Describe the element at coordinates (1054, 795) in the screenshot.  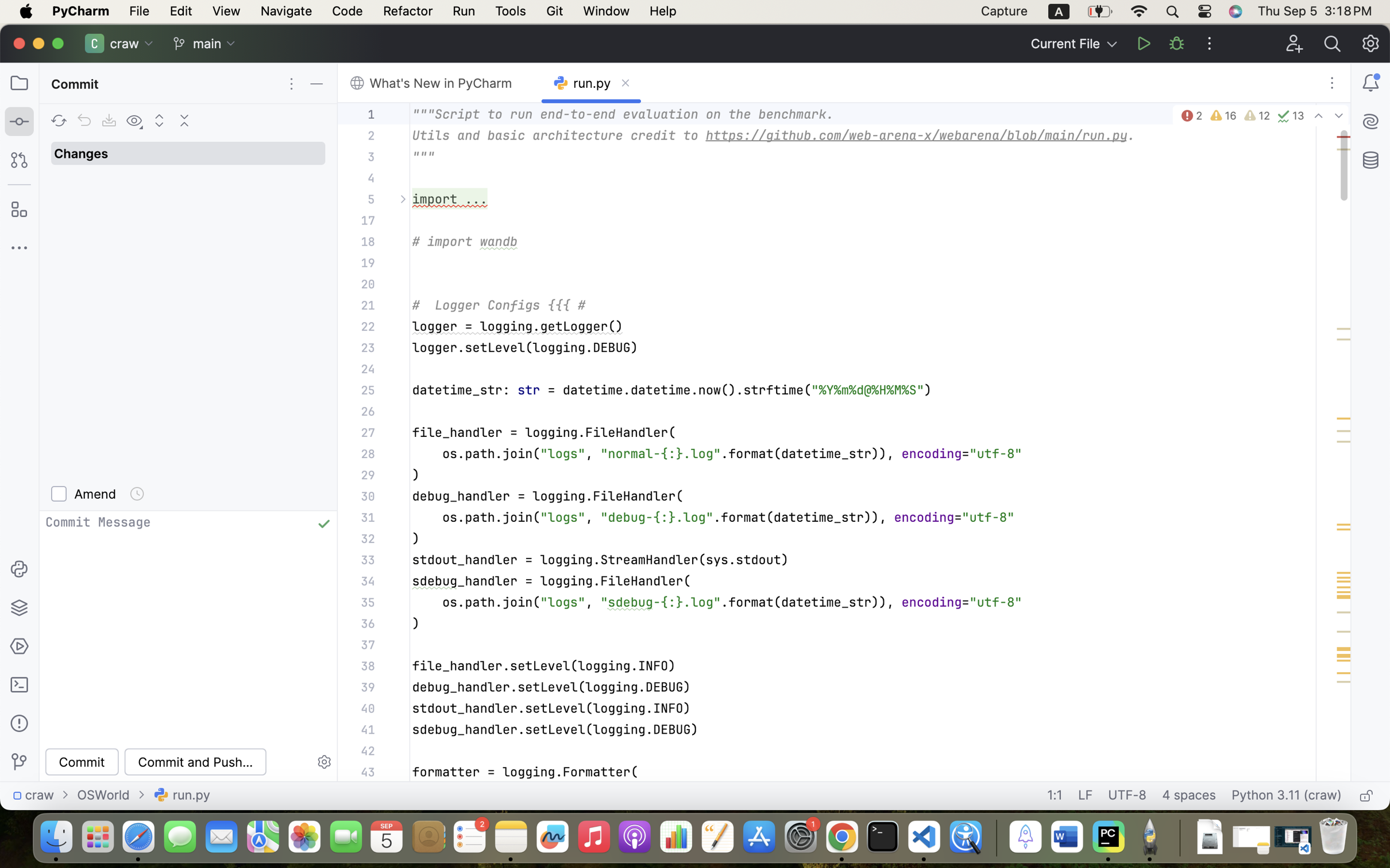
I see `'1:1'` at that location.